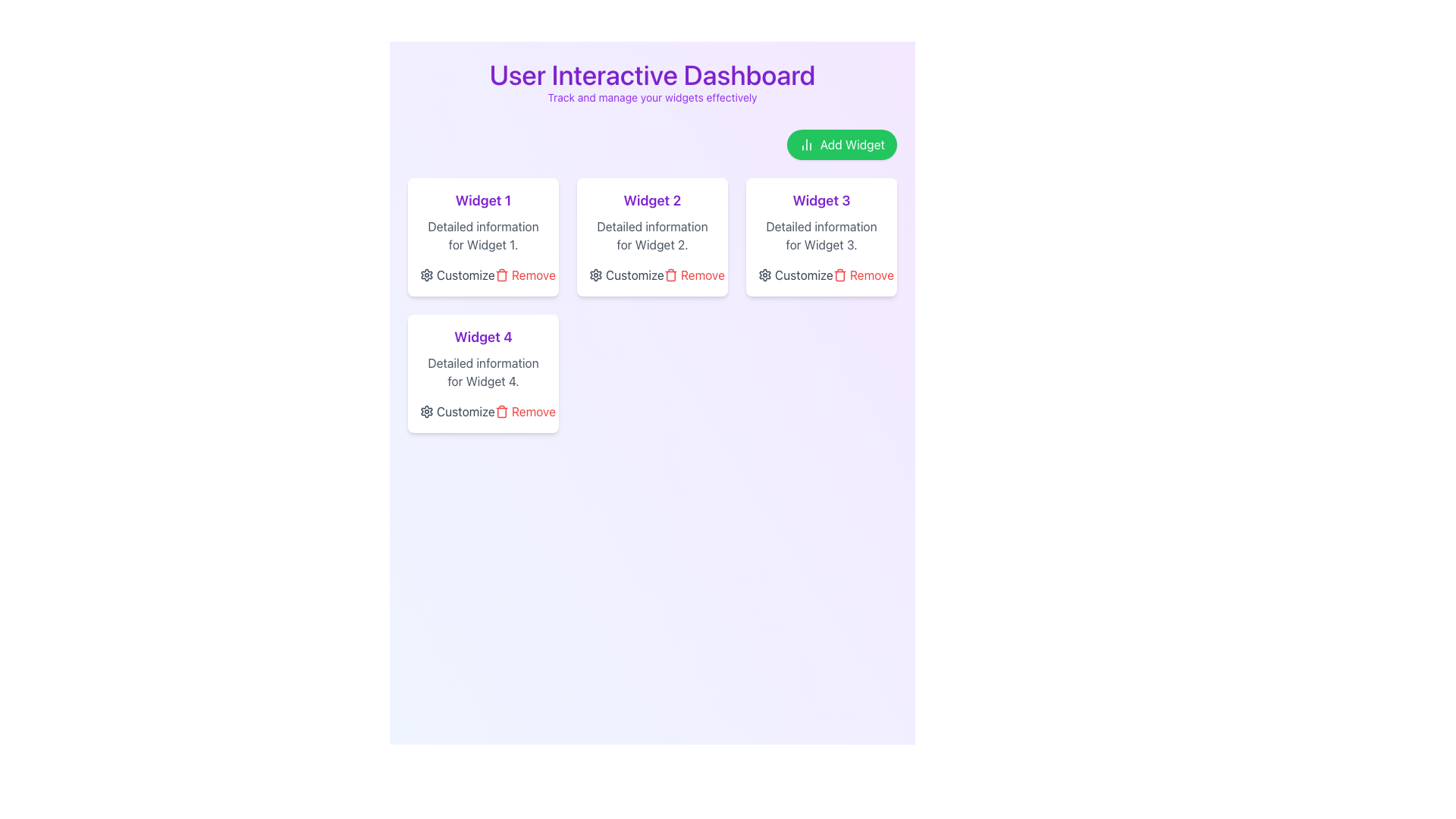  I want to click on text of the Text Header located at the top-center of the dashboard page, which provides an understanding of the page's purpose and functionality, so click(652, 75).